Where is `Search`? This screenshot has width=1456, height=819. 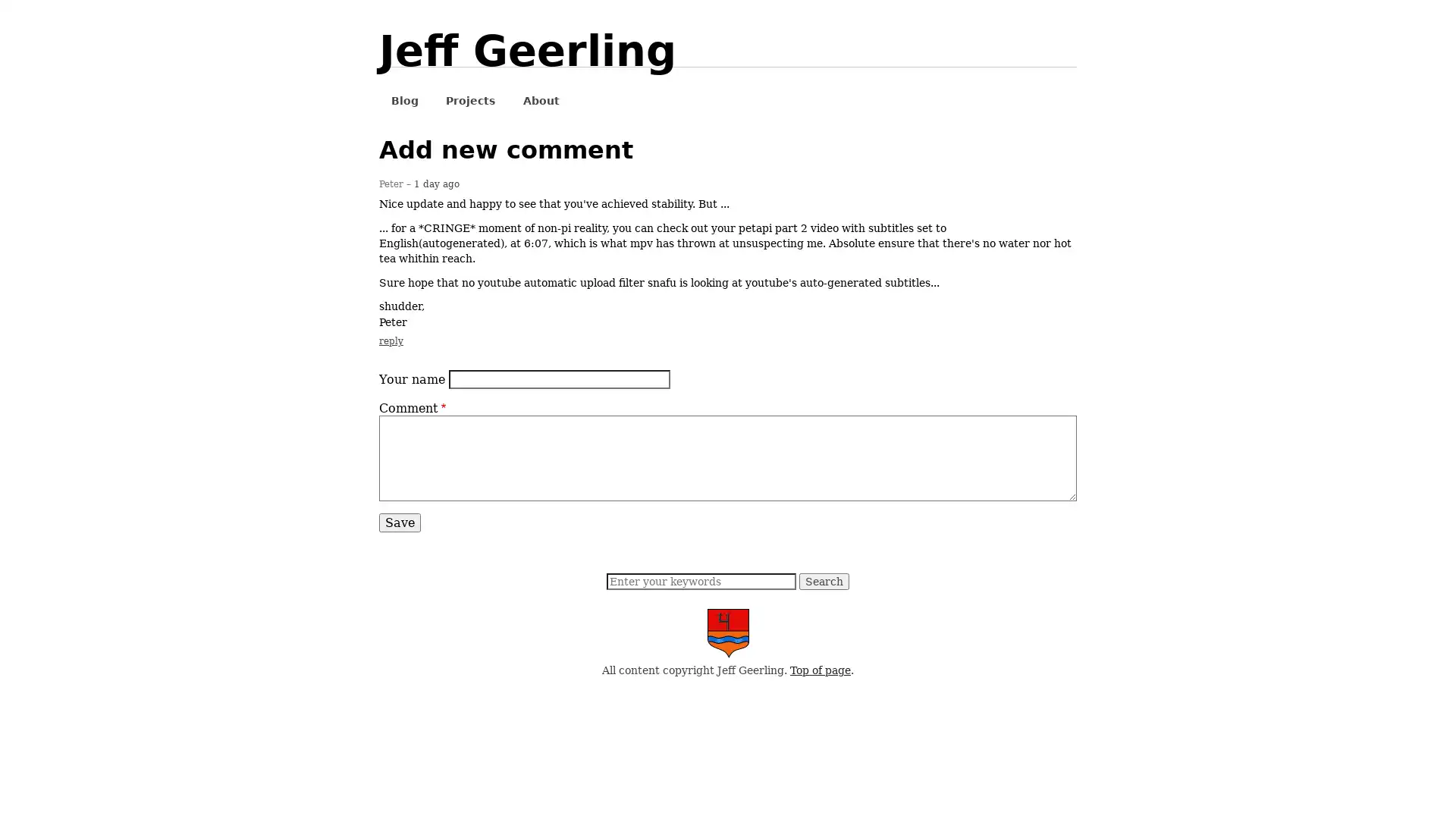
Search is located at coordinates (823, 581).